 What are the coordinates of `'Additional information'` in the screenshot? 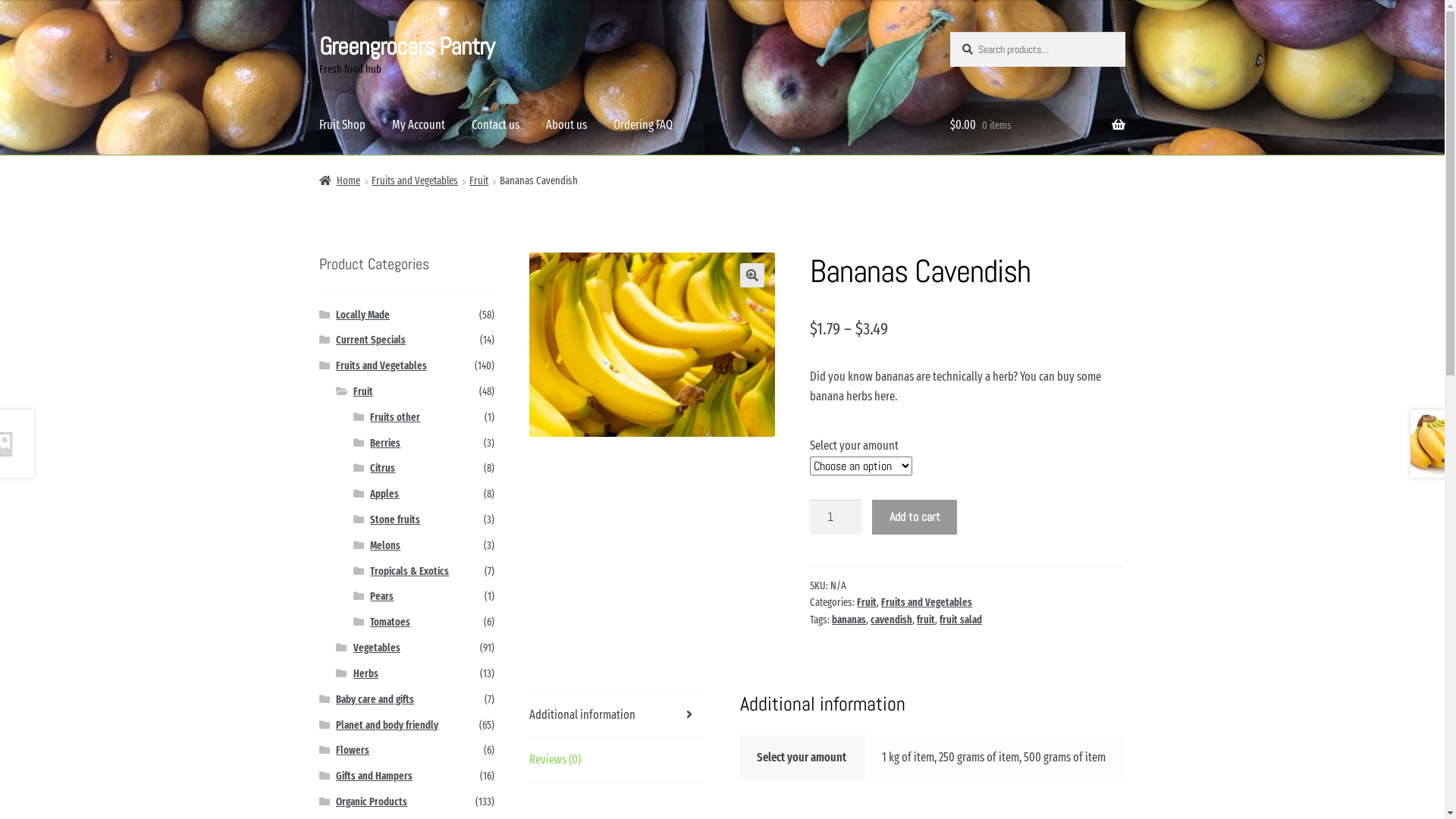 It's located at (617, 714).